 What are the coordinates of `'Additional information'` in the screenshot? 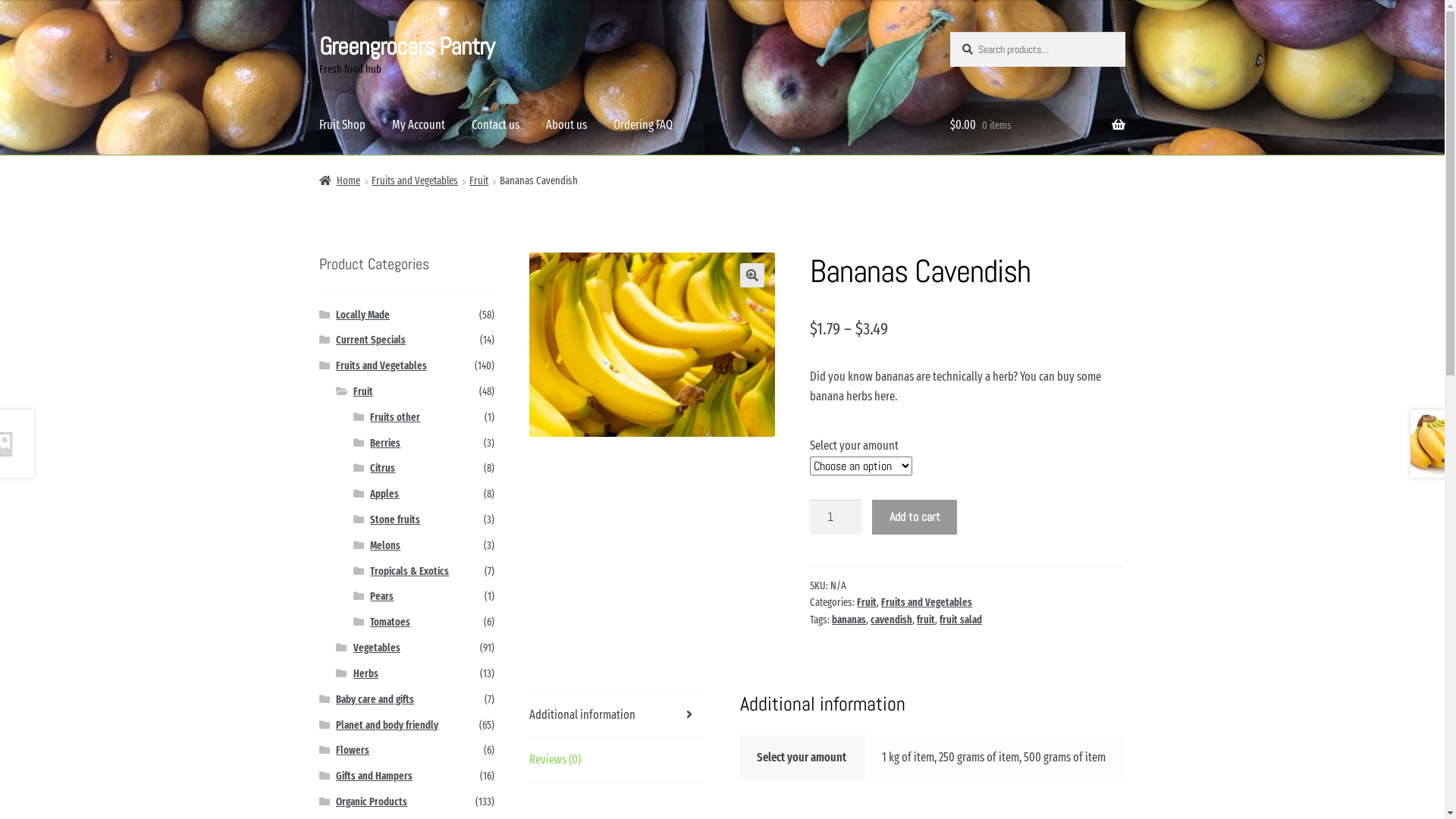 It's located at (617, 714).